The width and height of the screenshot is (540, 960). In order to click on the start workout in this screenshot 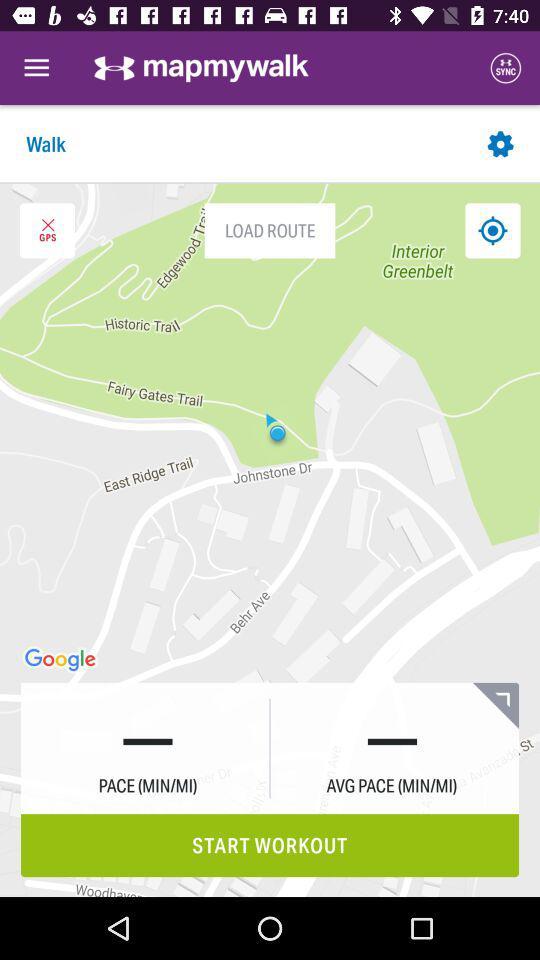, I will do `click(270, 844)`.